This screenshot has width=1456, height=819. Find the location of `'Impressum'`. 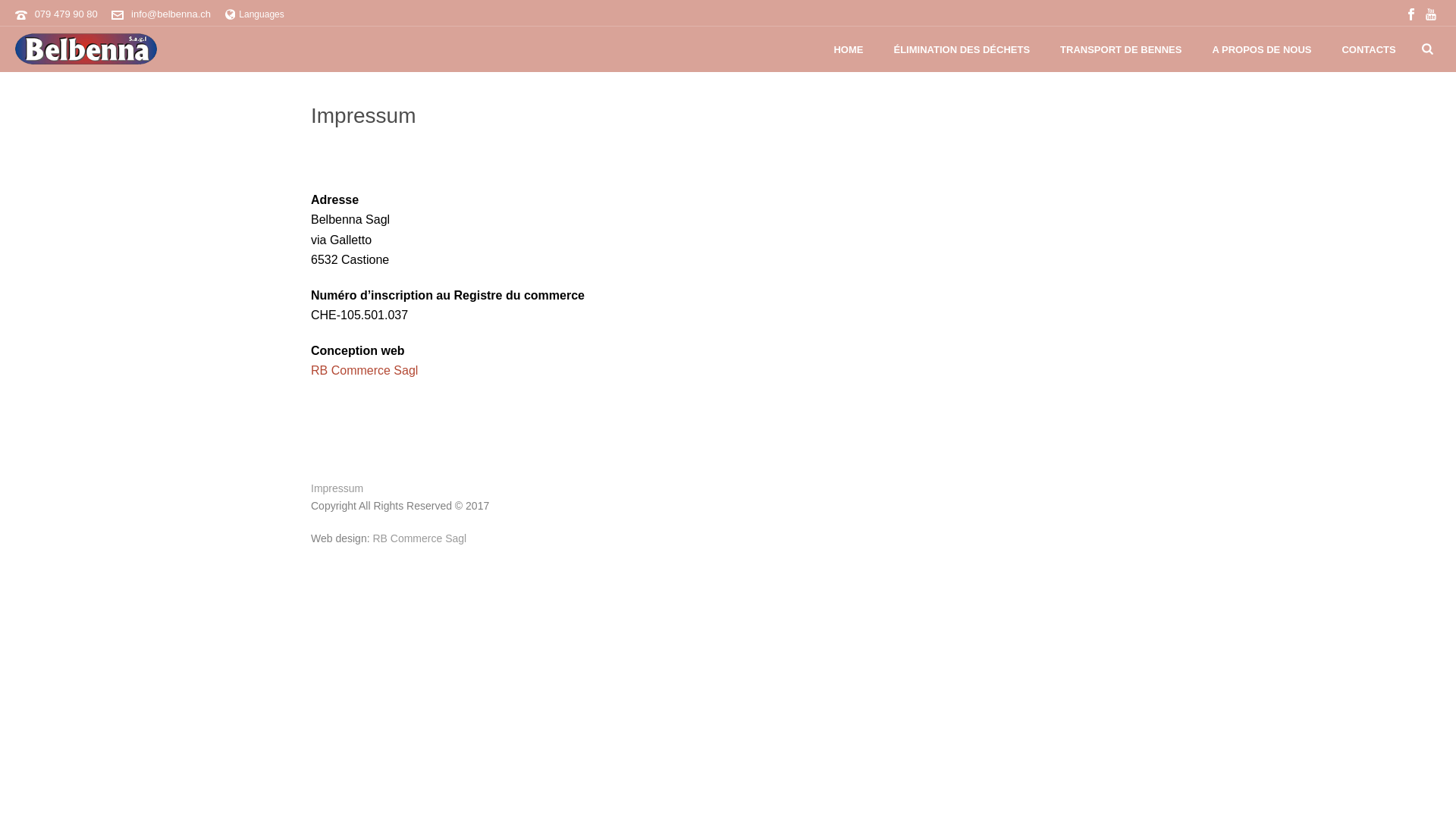

'Impressum' is located at coordinates (336, 488).